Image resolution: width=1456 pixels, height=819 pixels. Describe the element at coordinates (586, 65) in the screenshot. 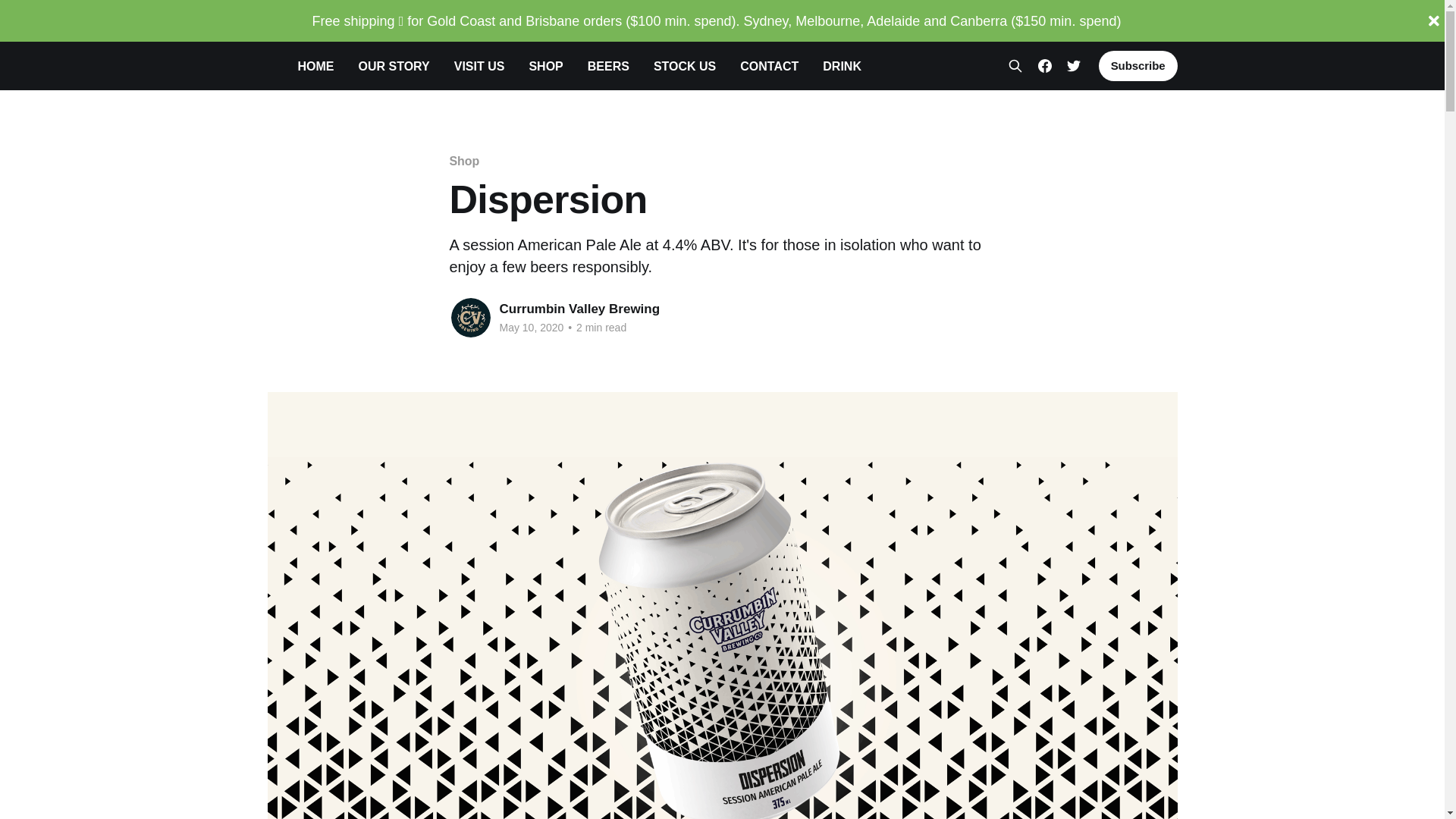

I see `'BEERS'` at that location.